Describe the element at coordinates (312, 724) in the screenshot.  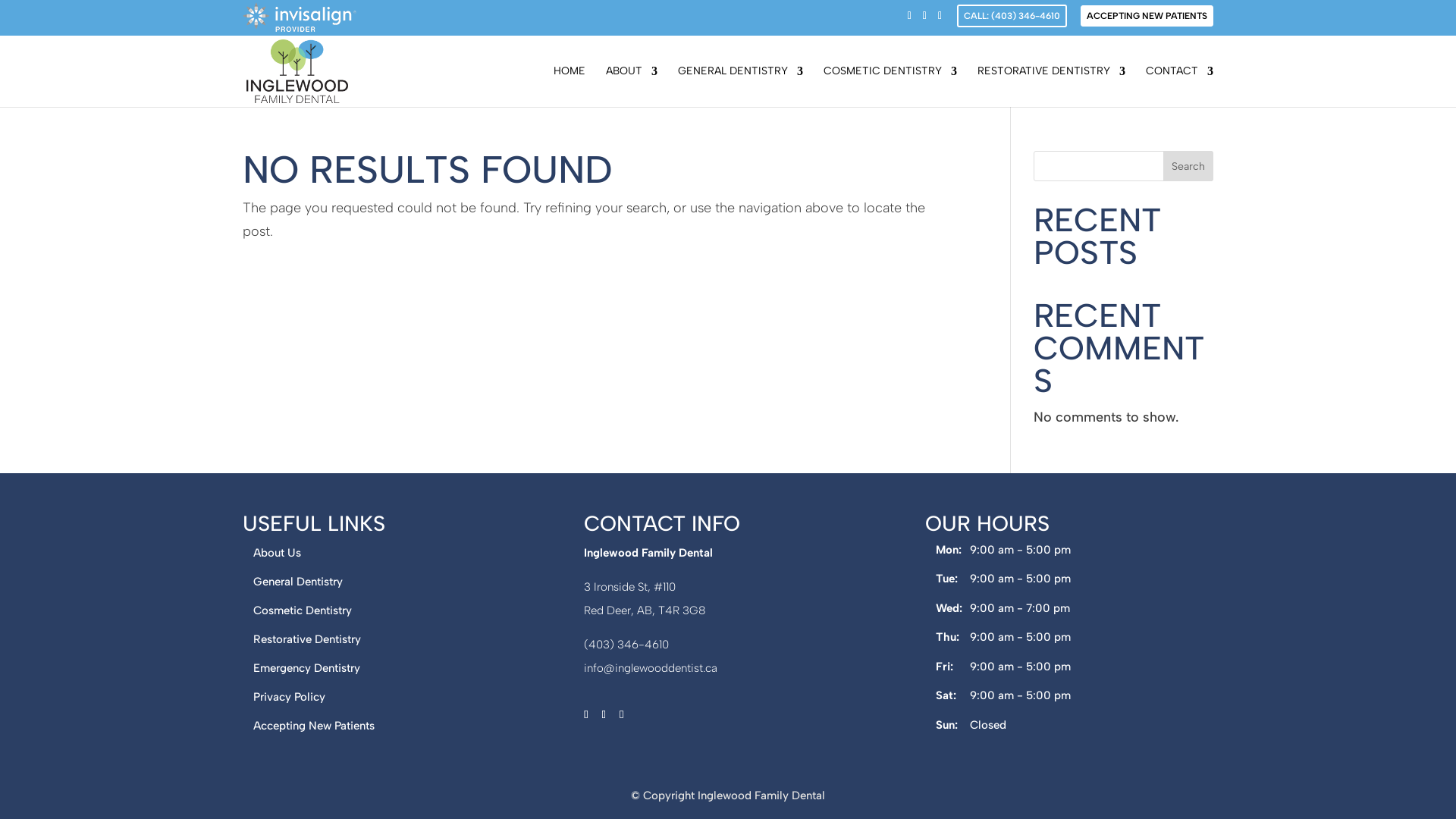
I see `'Accepting New Patients'` at that location.